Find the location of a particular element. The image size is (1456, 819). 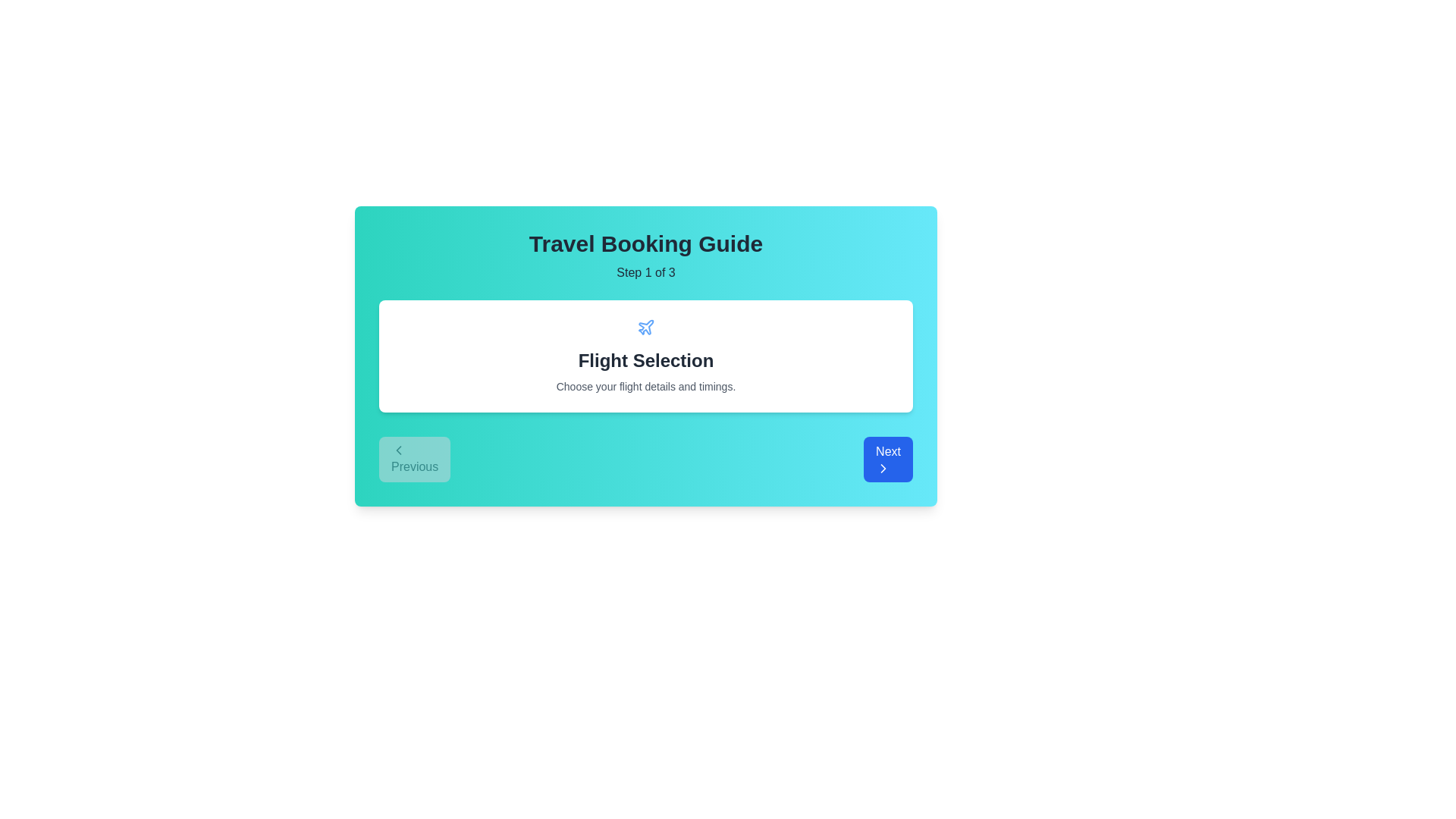

the rightward-pointing chevron icon inside the 'Next' button located at the bottom right corner of the interactive card is located at coordinates (883, 467).